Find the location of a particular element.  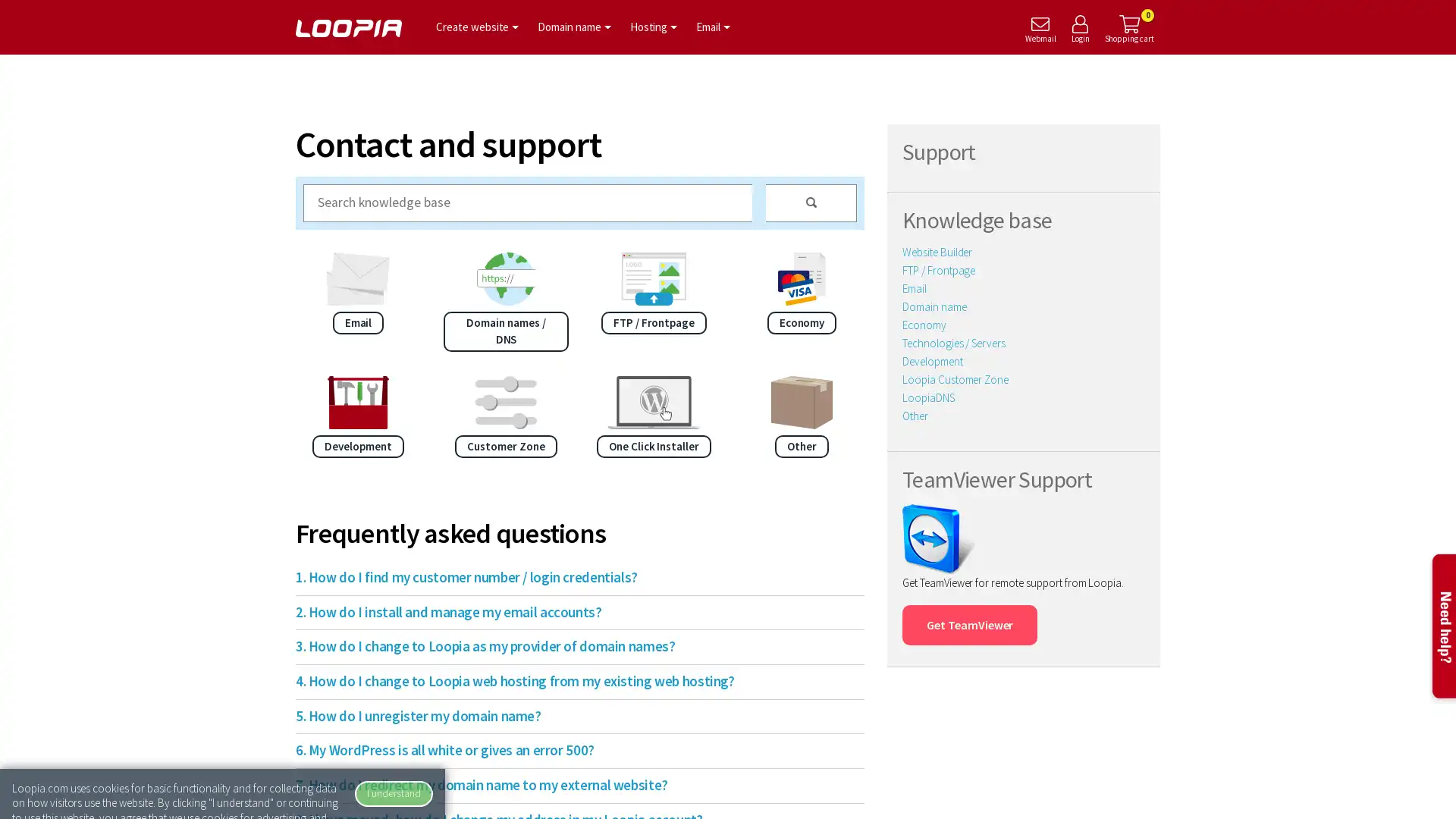

4. How do I change to Loopia web hosting from my existing web hosting? is located at coordinates (571, 680).